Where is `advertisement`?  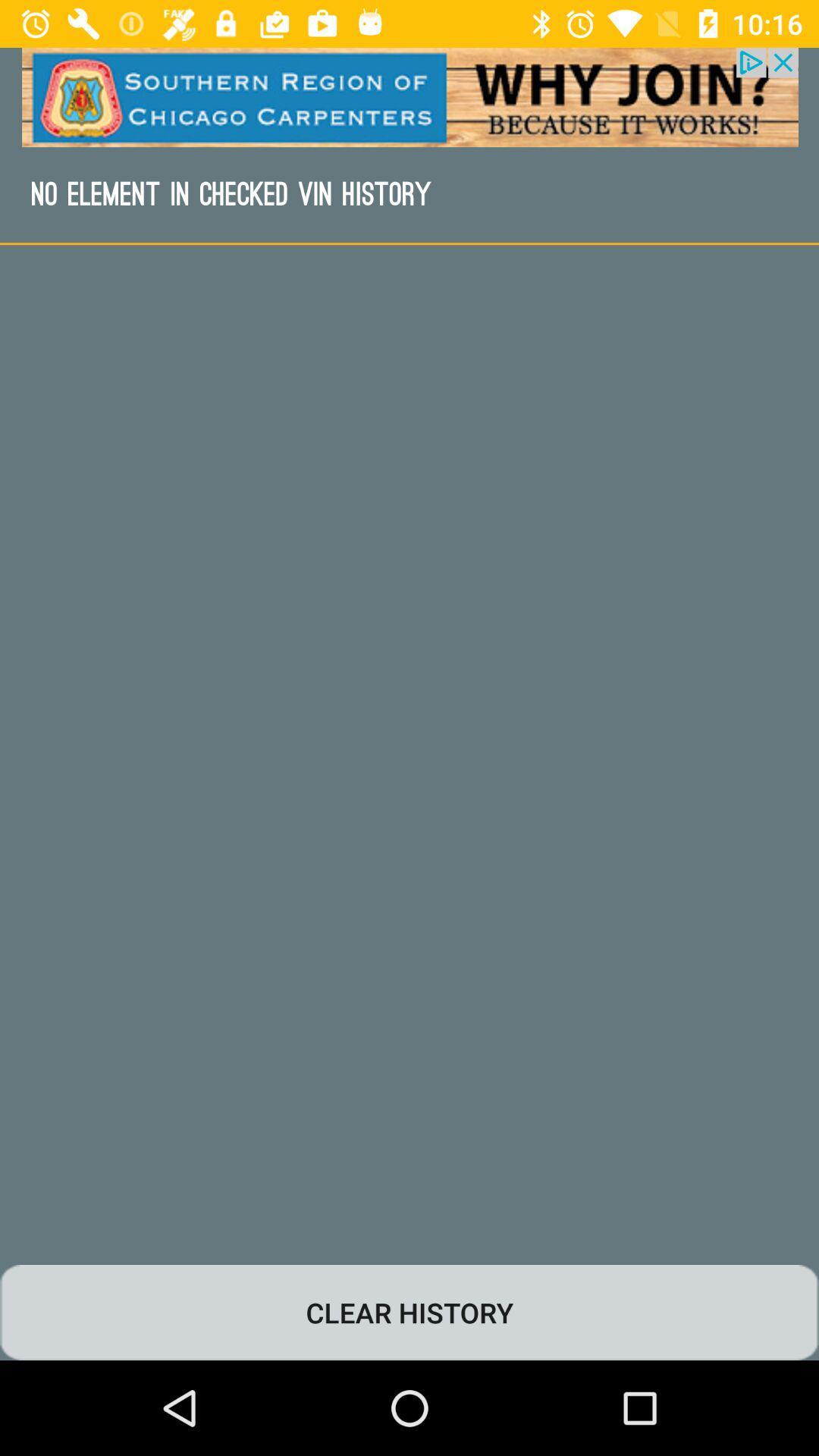
advertisement is located at coordinates (409, 96).